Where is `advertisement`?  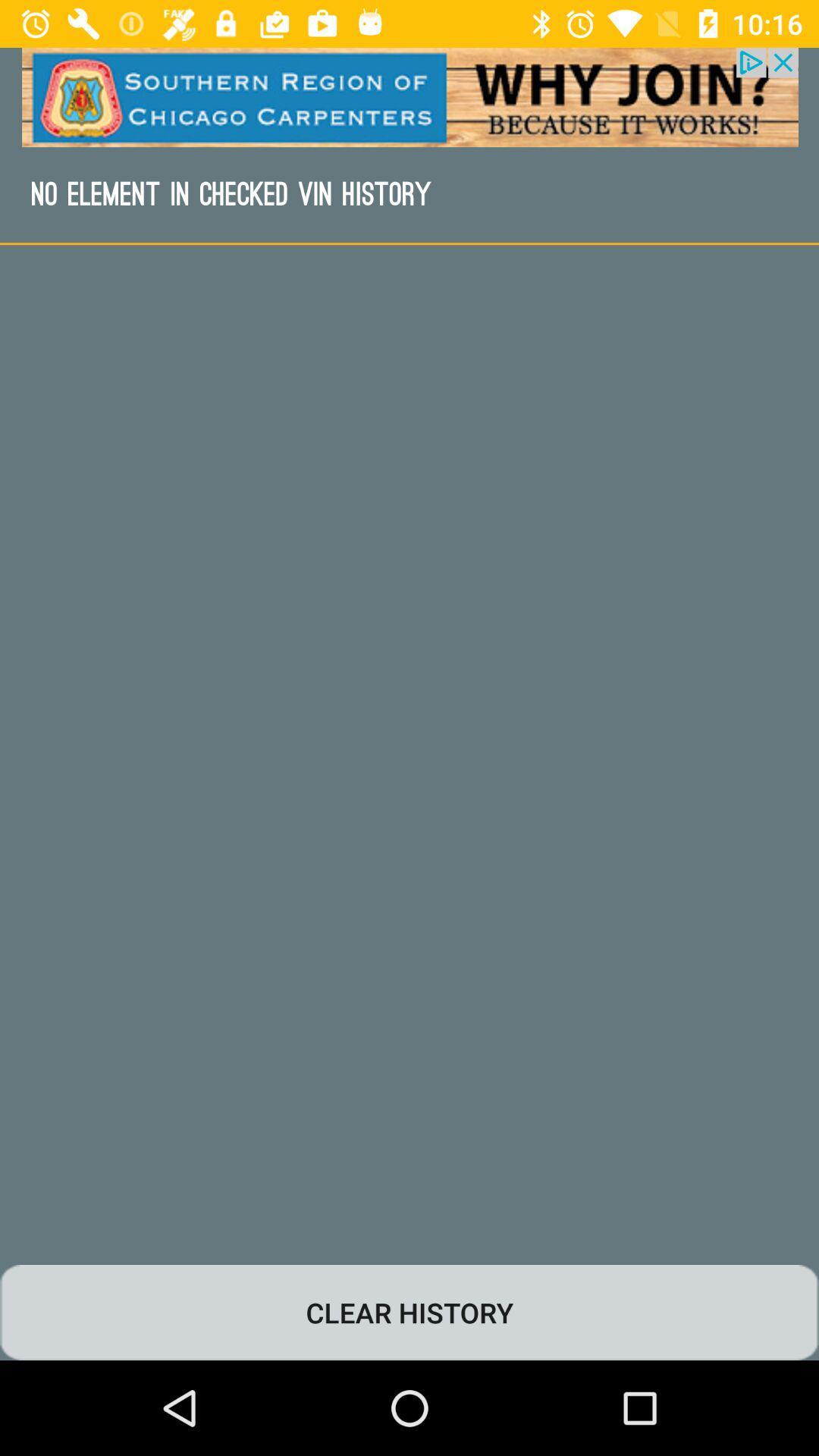
advertisement is located at coordinates (409, 96).